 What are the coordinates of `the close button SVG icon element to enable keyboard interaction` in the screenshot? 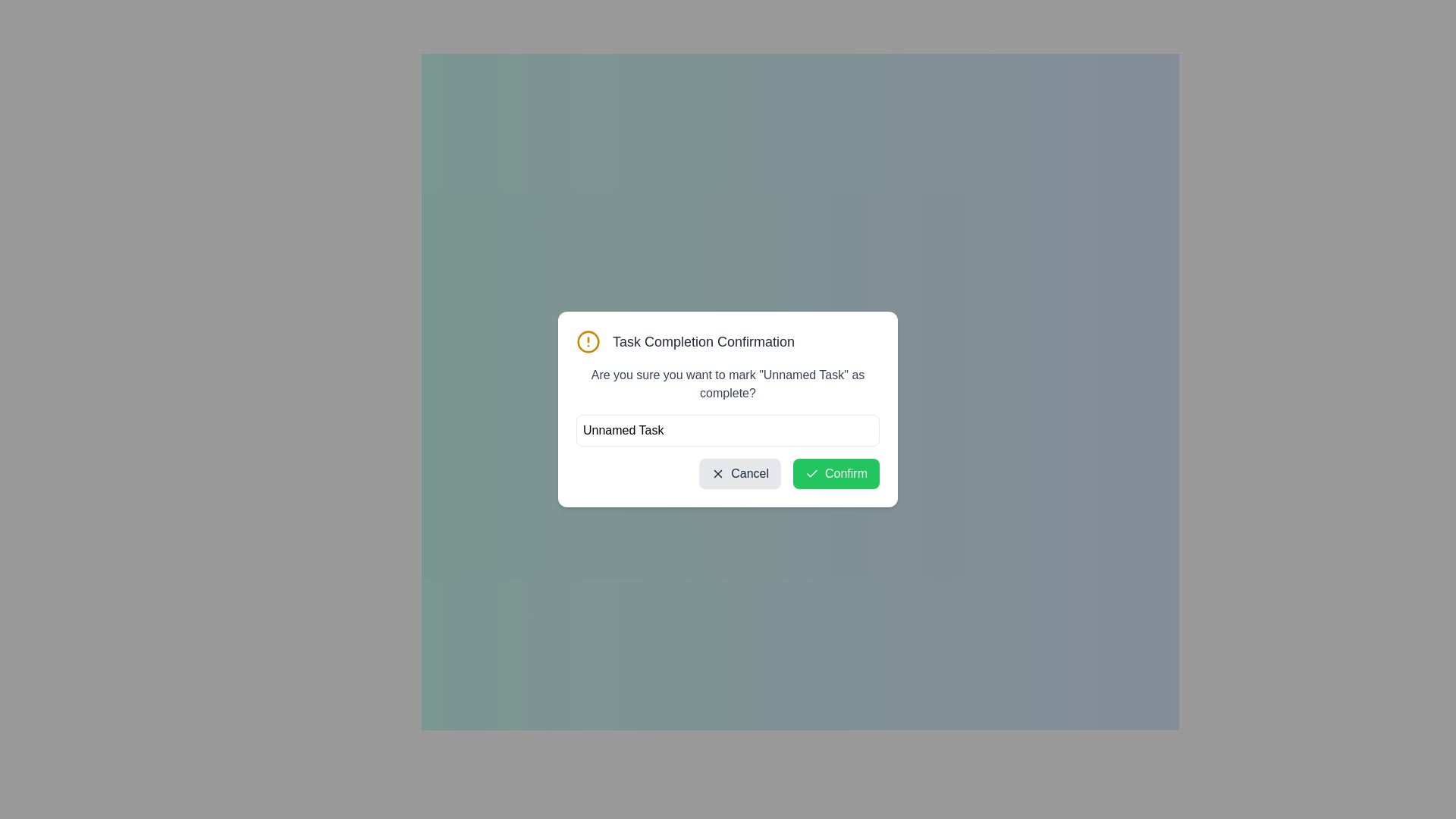 It's located at (717, 472).